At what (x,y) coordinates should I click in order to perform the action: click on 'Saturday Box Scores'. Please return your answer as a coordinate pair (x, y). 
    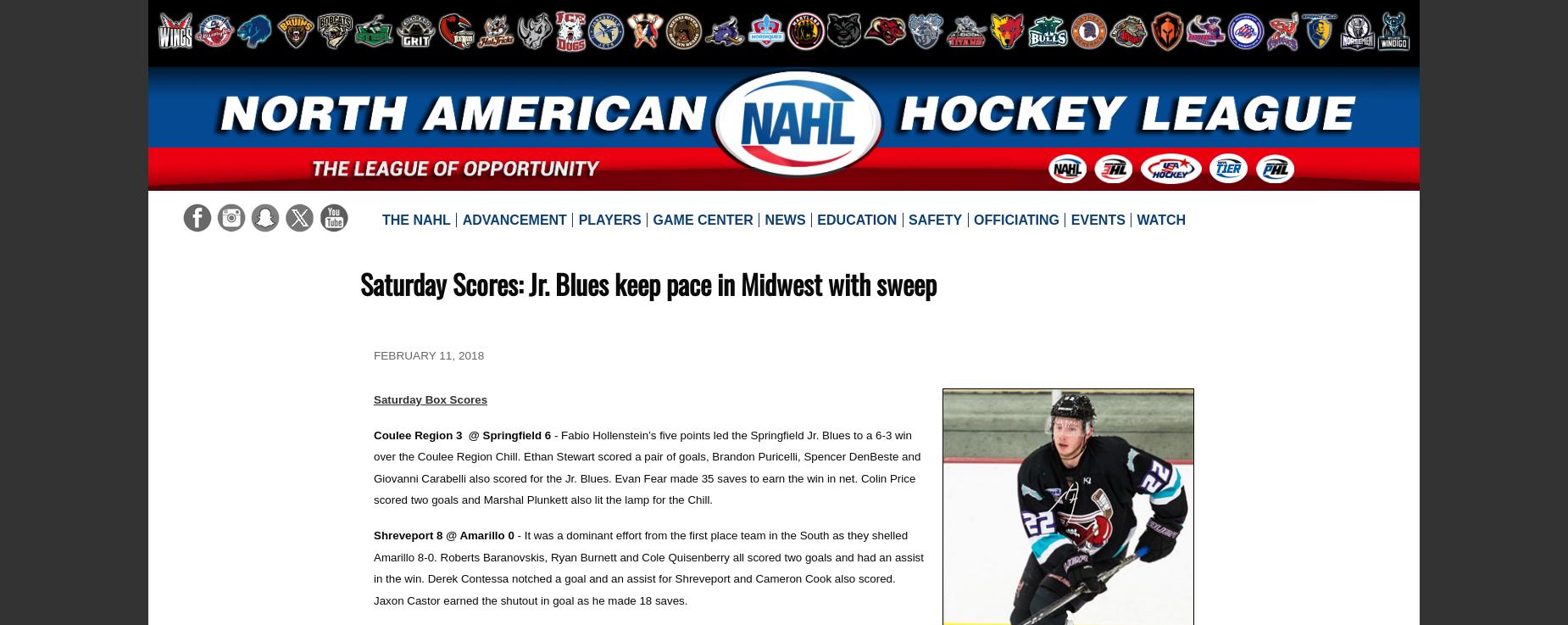
    Looking at the image, I should click on (431, 399).